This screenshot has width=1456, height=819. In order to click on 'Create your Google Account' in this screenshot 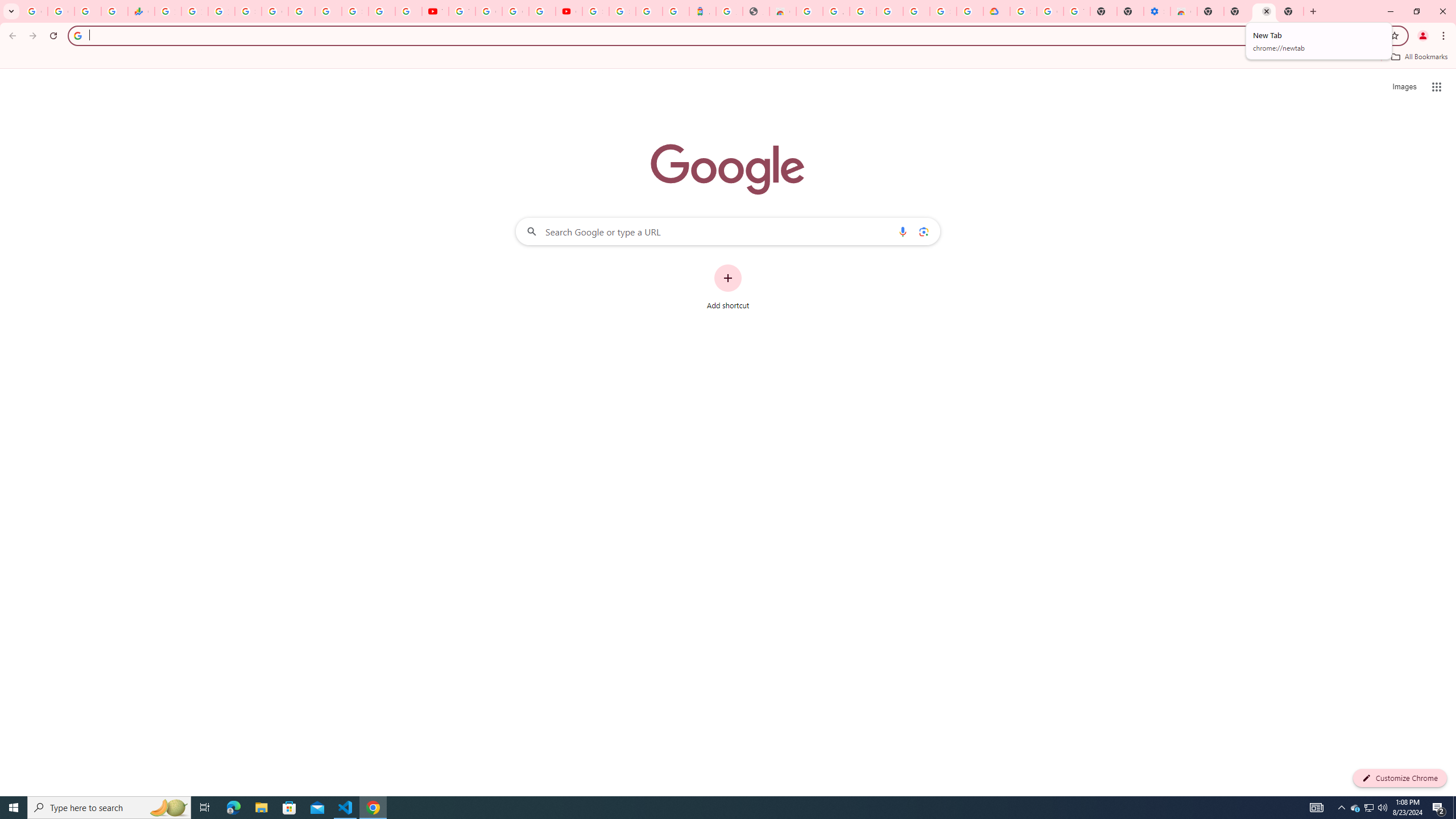, I will do `click(515, 11)`.